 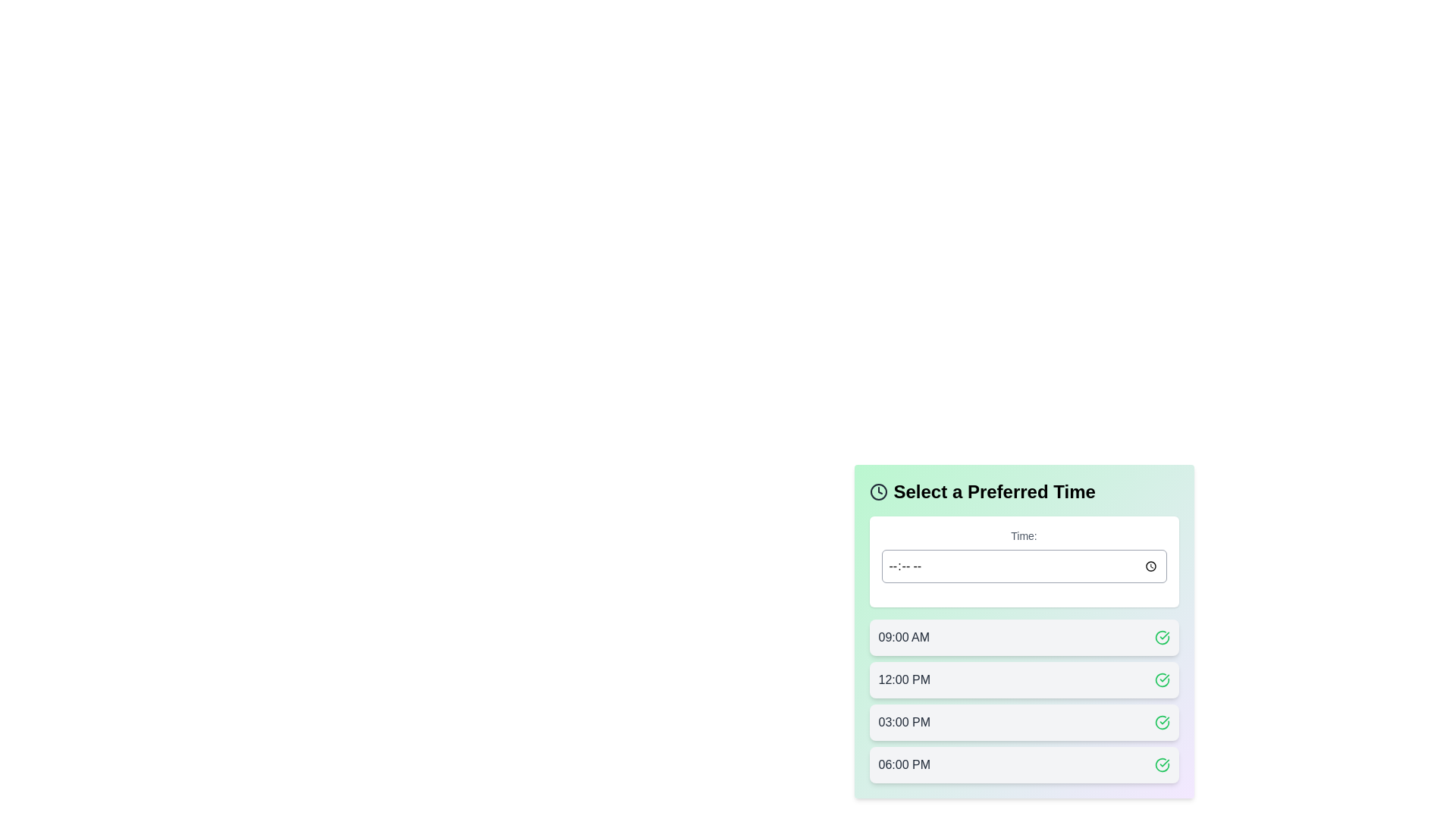 I want to click on the selectable time slot indicating '12:00 PM', which is the second option in the list under 'Select a Preferred Time', so click(x=1024, y=679).